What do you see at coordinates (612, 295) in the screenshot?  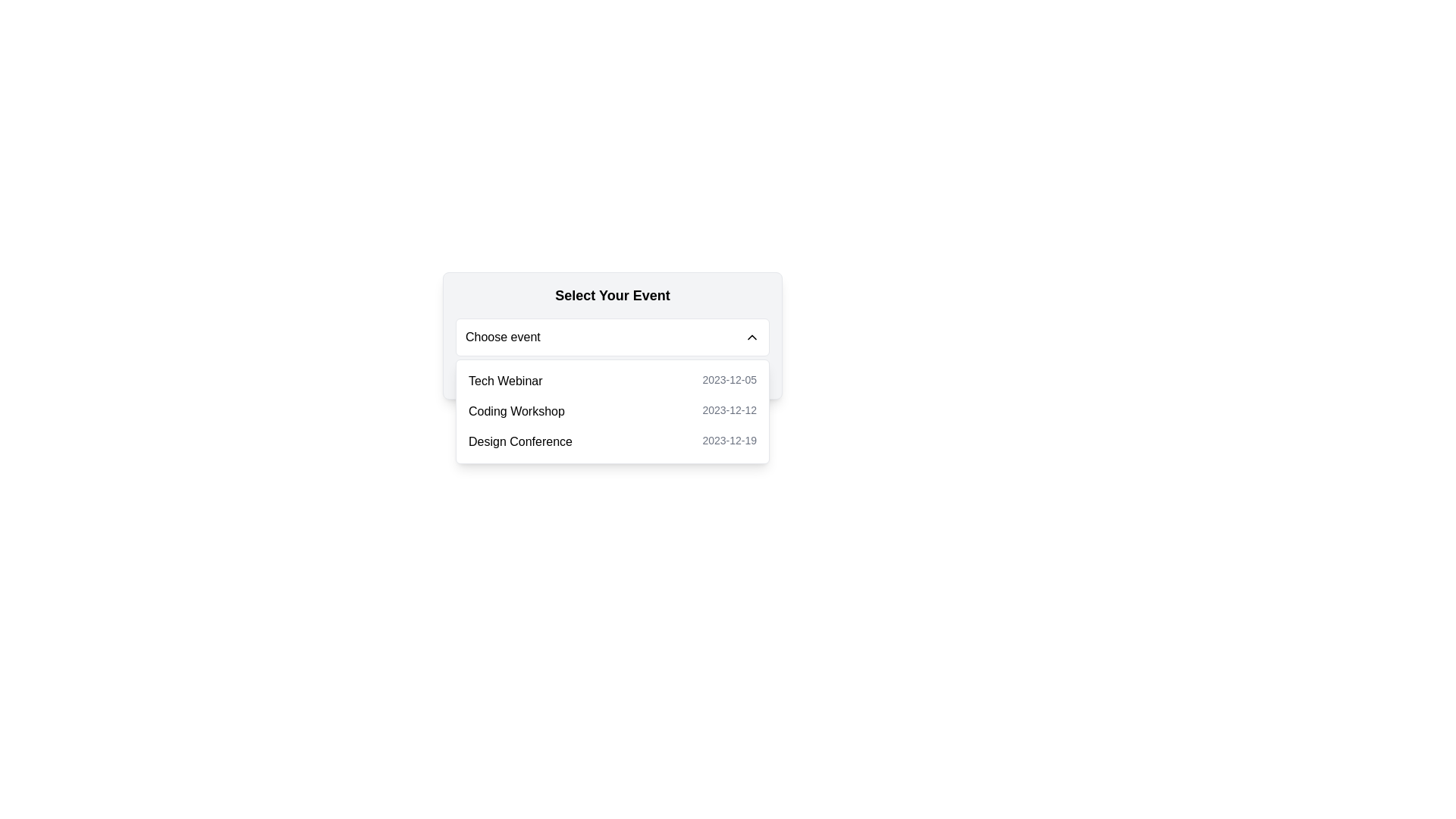 I see `the text label that reads 'Select Your Event', which is prominently styled with a bold and larger font, located at the upper section of the interface` at bounding box center [612, 295].